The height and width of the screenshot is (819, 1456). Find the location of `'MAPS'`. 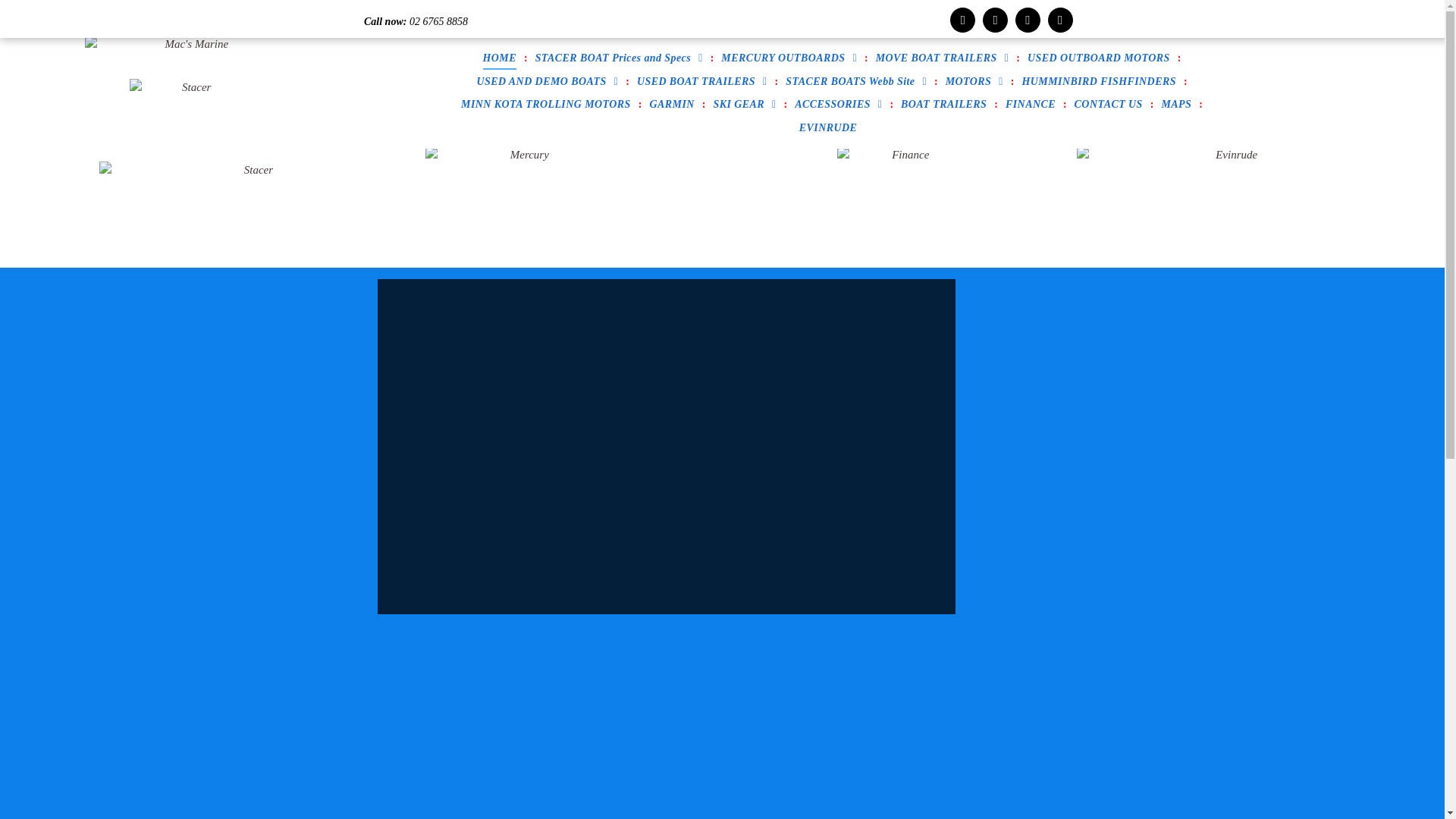

'MAPS' is located at coordinates (1175, 104).